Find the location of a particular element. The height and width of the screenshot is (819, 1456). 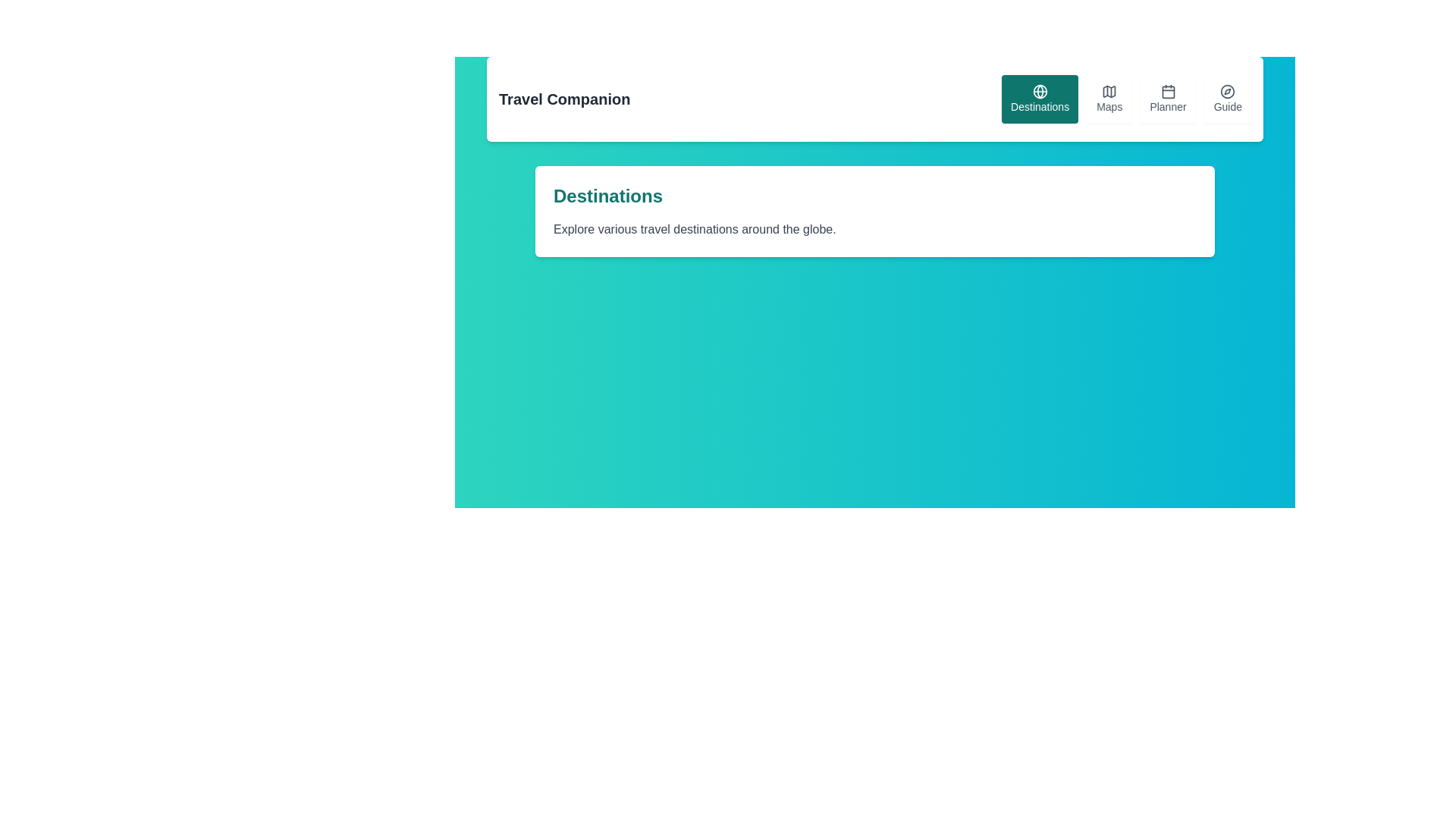

the globe icon button in the top navigation bar is located at coordinates (1039, 91).